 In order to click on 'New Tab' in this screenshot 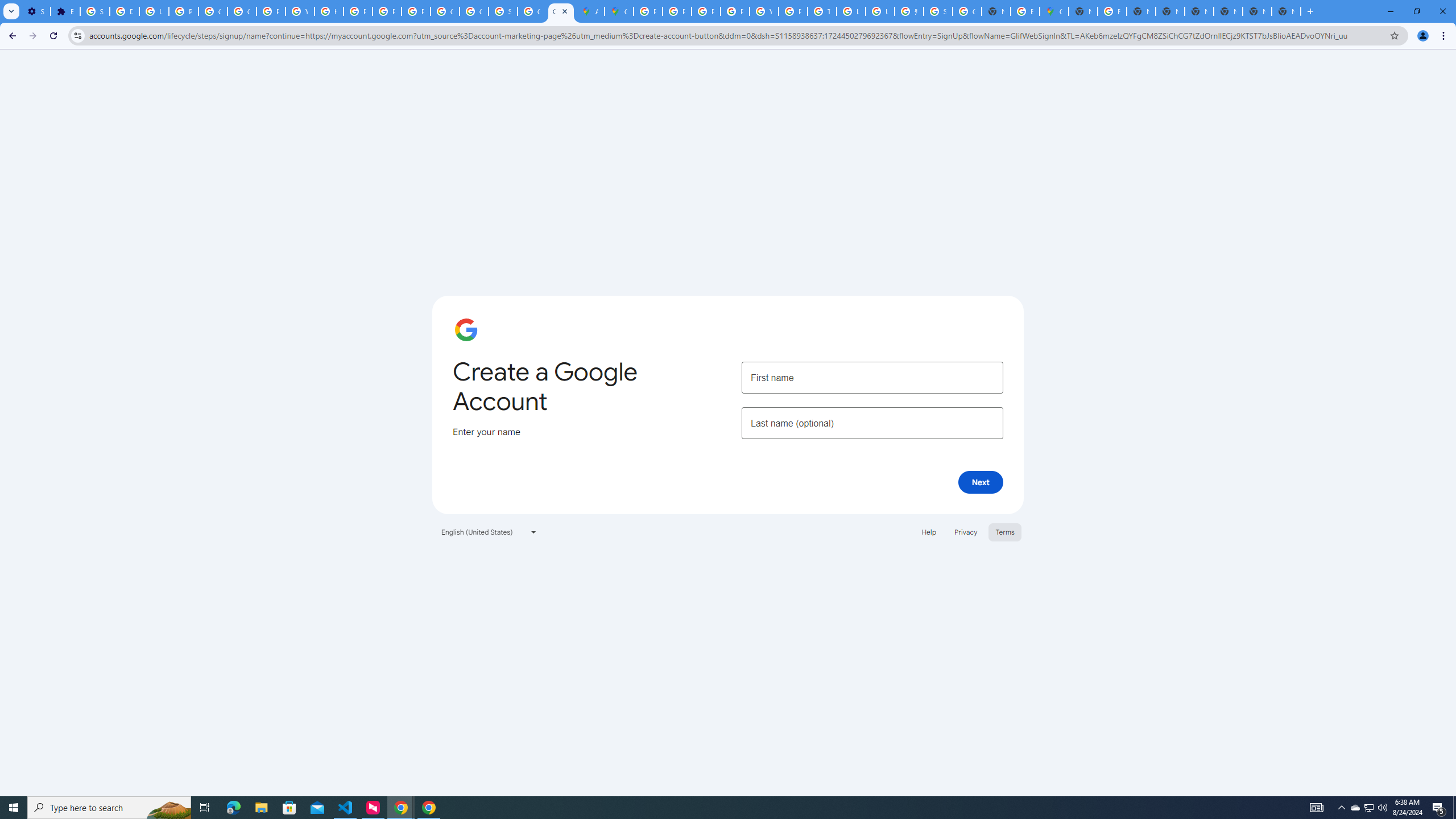, I will do `click(1228, 11)`.